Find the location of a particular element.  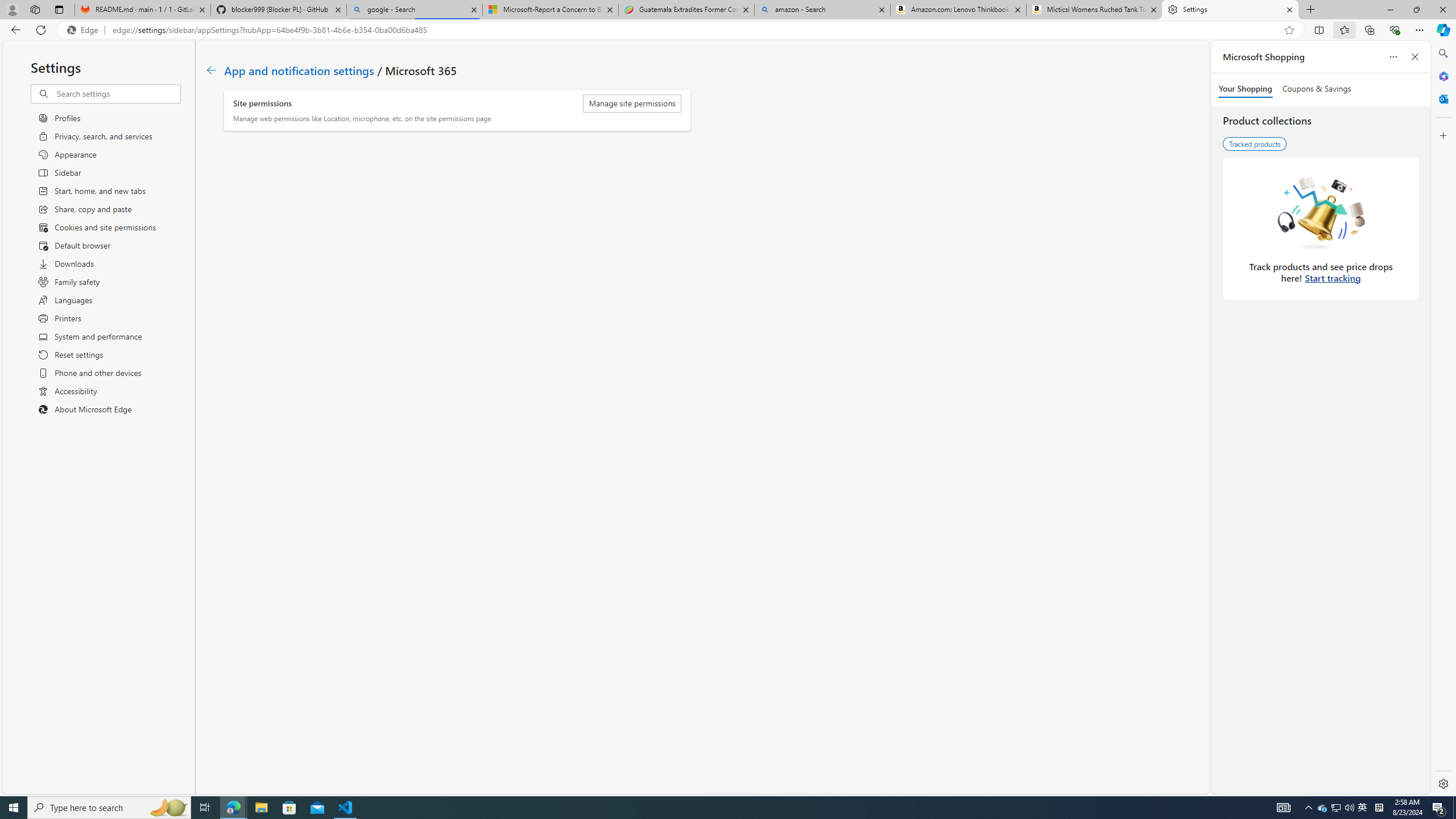

'App and notification settings' is located at coordinates (299, 69).